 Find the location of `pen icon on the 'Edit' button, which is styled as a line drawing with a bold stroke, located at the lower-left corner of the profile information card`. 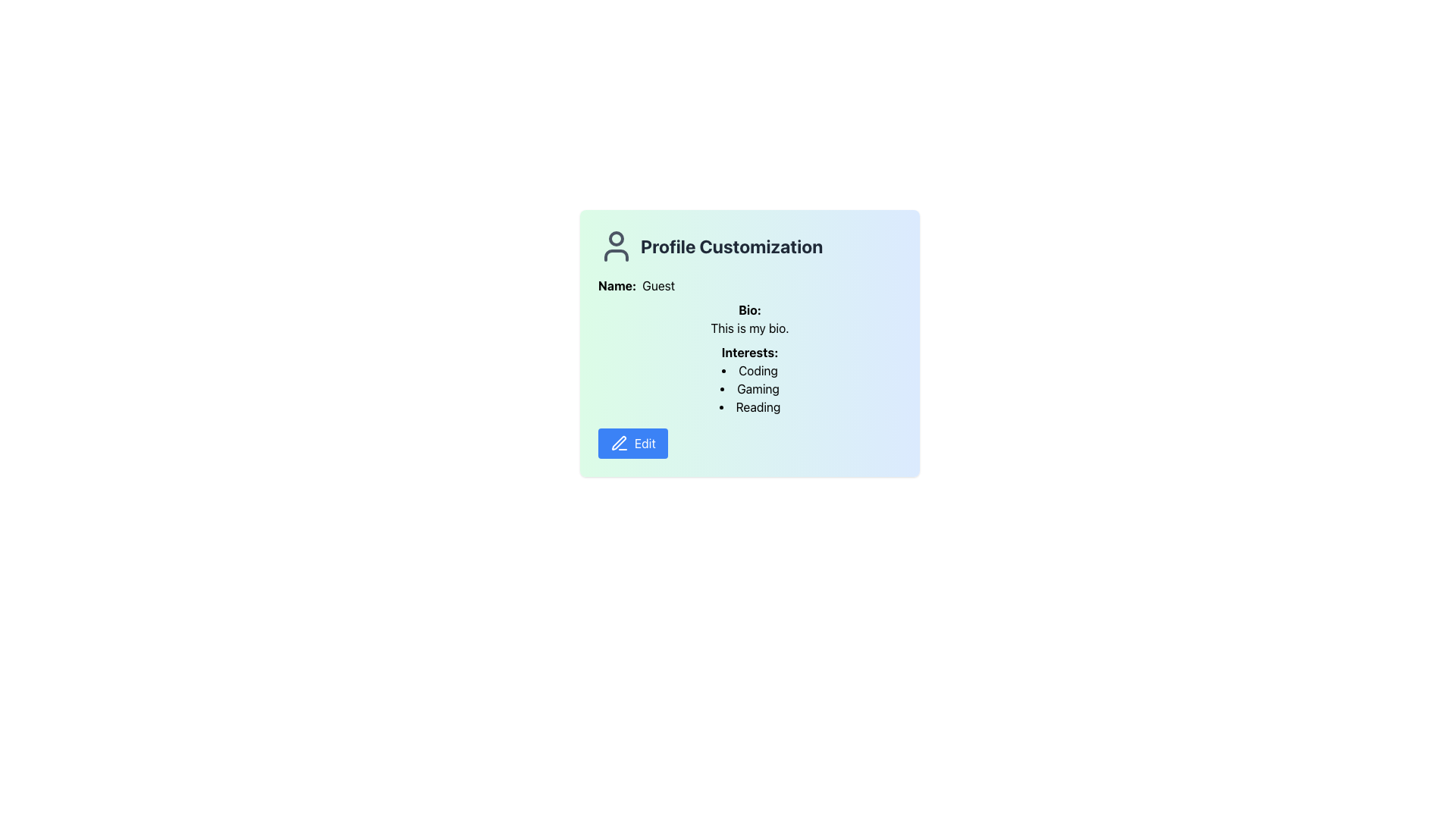

pen icon on the 'Edit' button, which is styled as a line drawing with a bold stroke, located at the lower-left corner of the profile information card is located at coordinates (619, 444).